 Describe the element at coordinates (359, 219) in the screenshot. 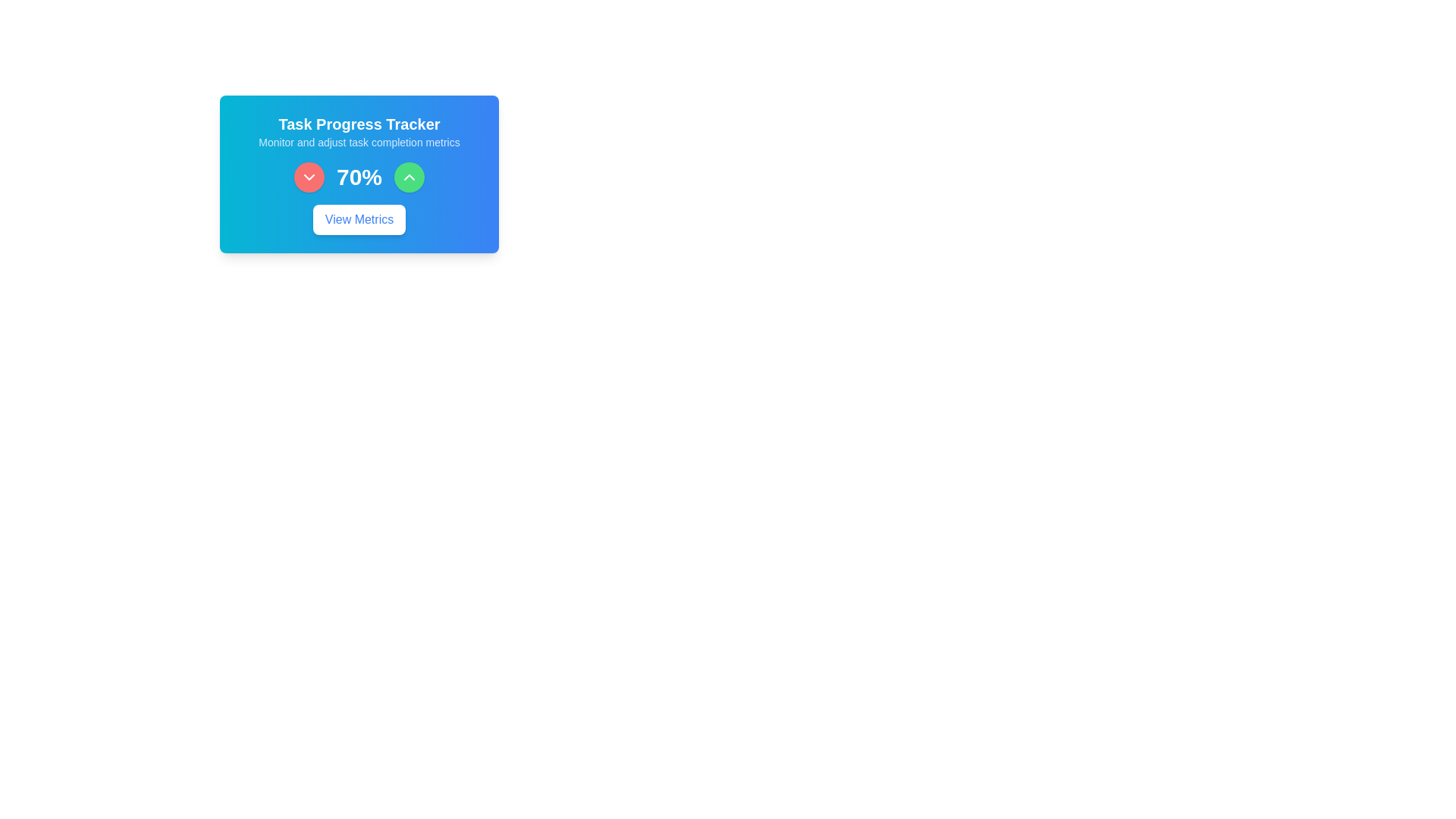

I see `the button located at the bottom of the task progress card` at that location.